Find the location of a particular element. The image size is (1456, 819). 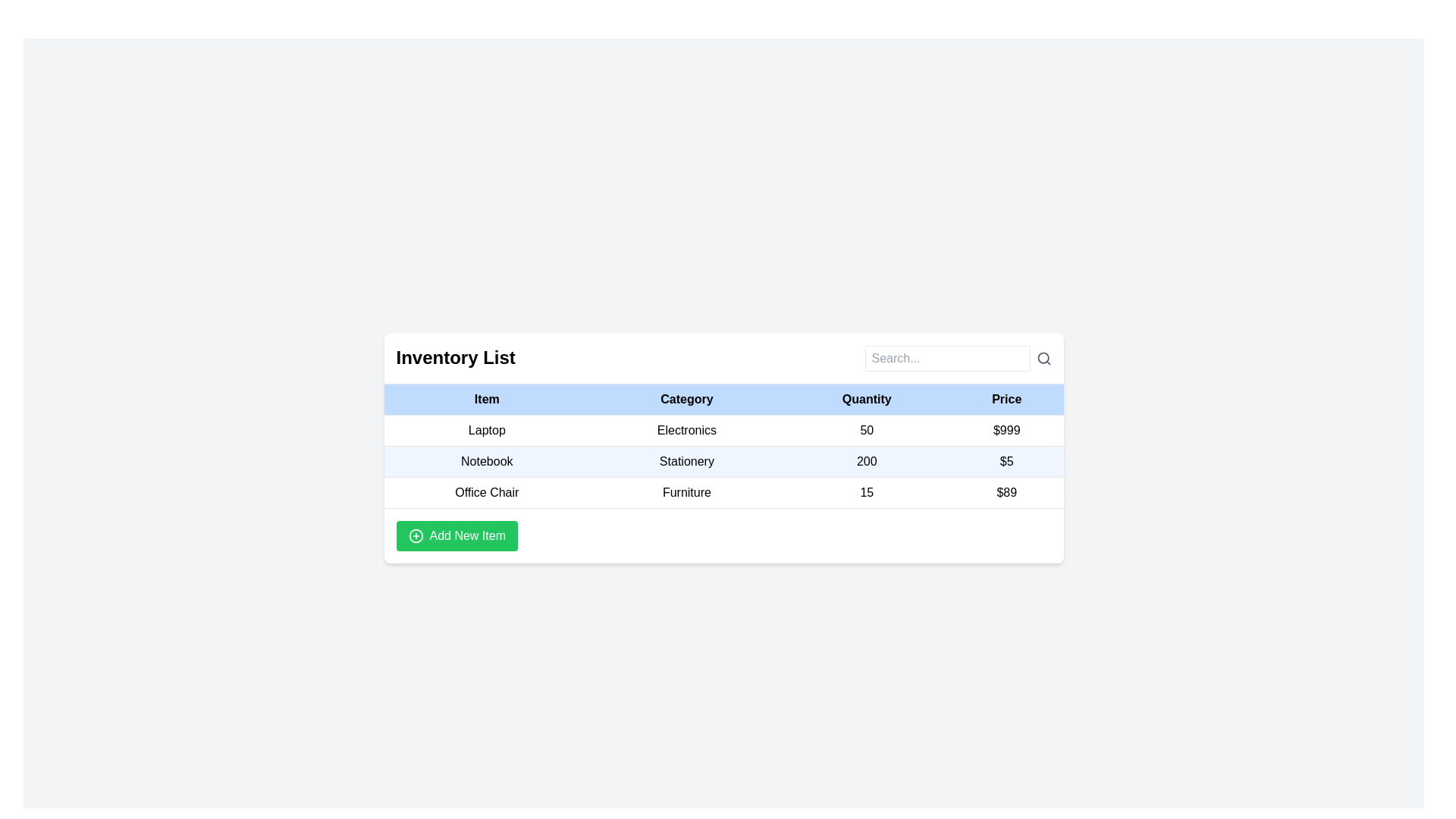

the 'Add New Item' button, which is a vibrant green rectangular button with rounded corners located at the bottom left of the panel is located at coordinates (455, 534).